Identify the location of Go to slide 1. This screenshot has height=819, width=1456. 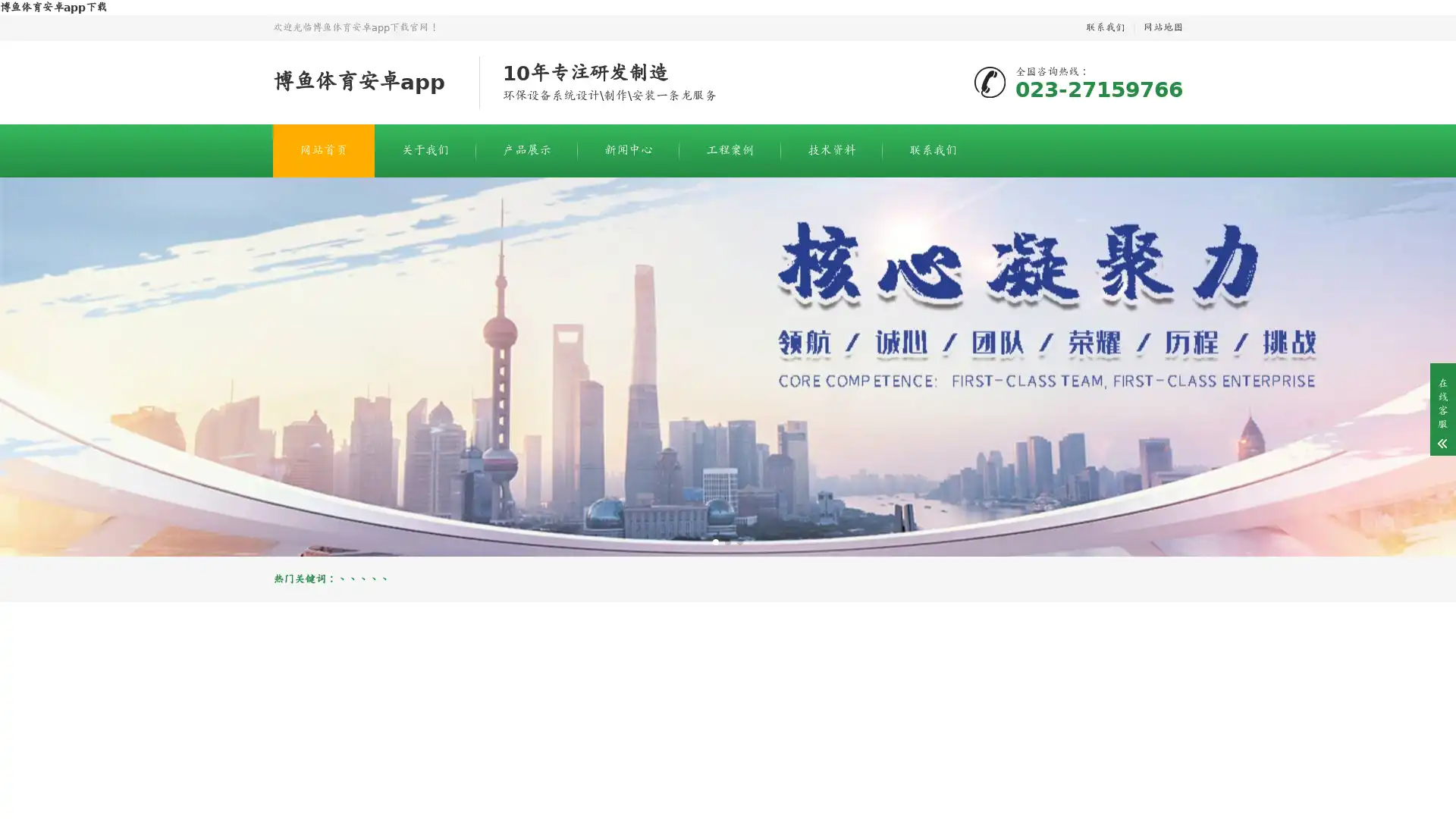
(715, 541).